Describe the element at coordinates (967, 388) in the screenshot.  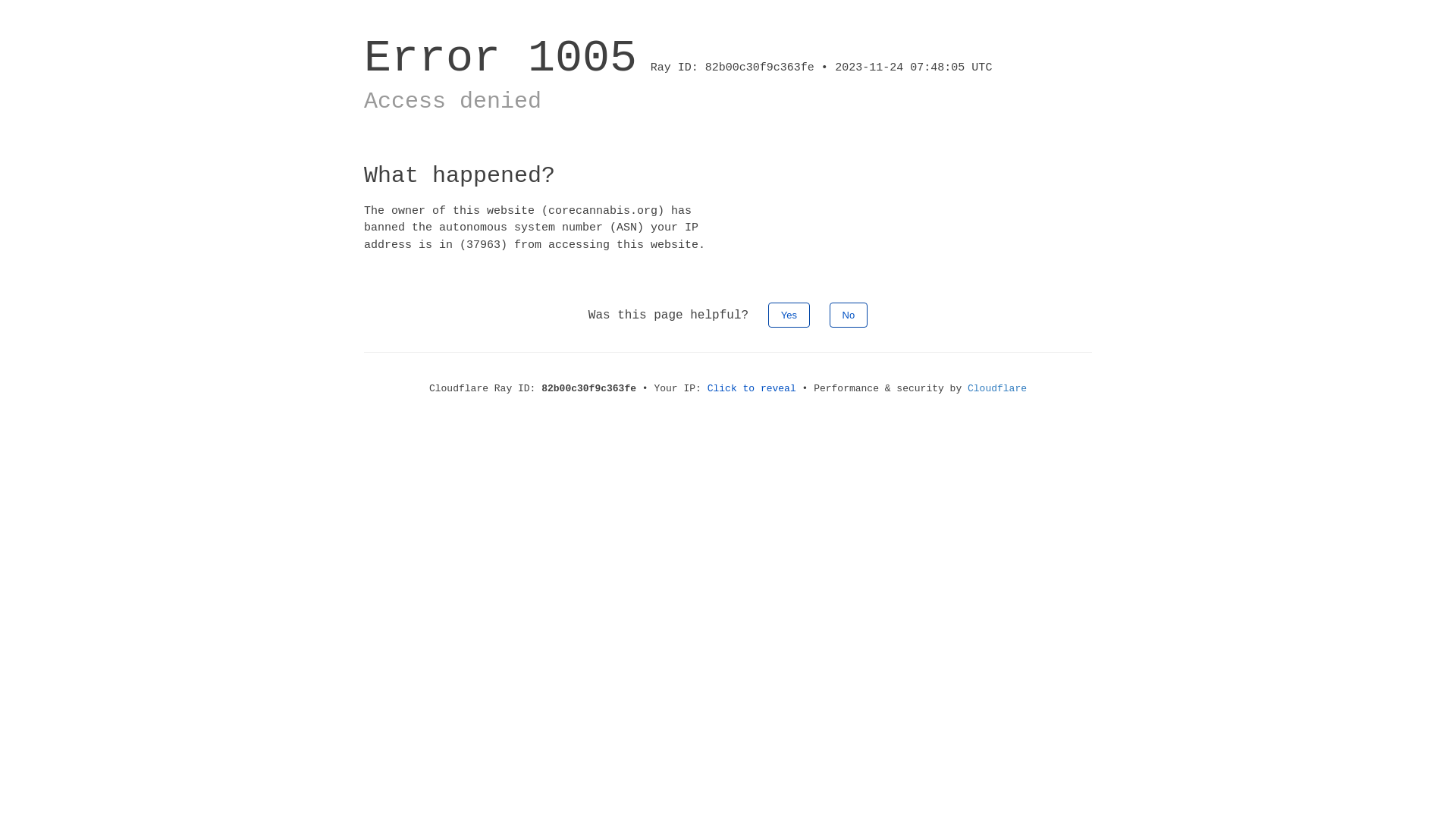
I see `'Cloudflare'` at that location.